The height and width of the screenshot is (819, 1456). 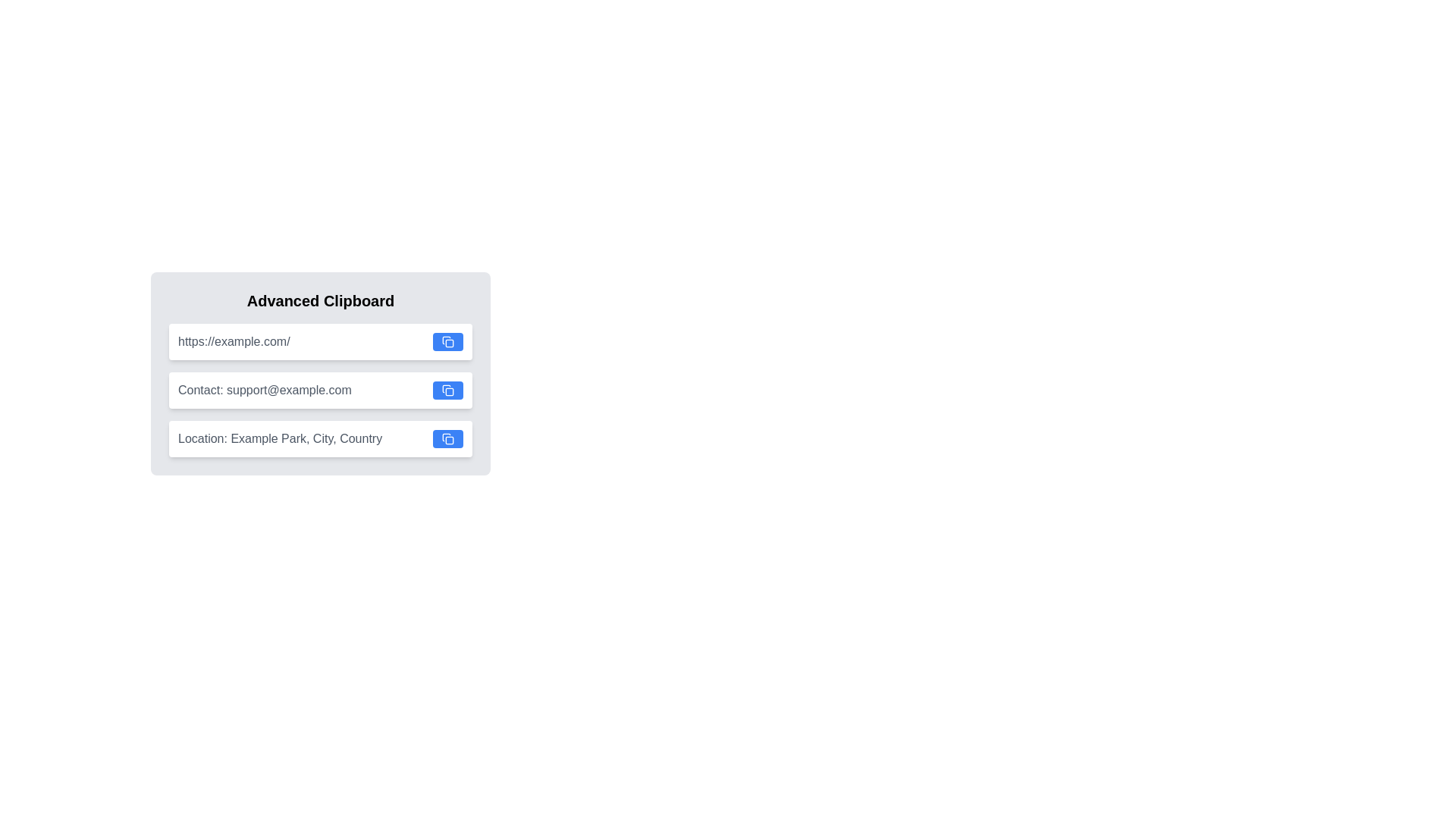 What do you see at coordinates (447, 390) in the screenshot?
I see `the button that copies the email address 'support@example.com'` at bounding box center [447, 390].